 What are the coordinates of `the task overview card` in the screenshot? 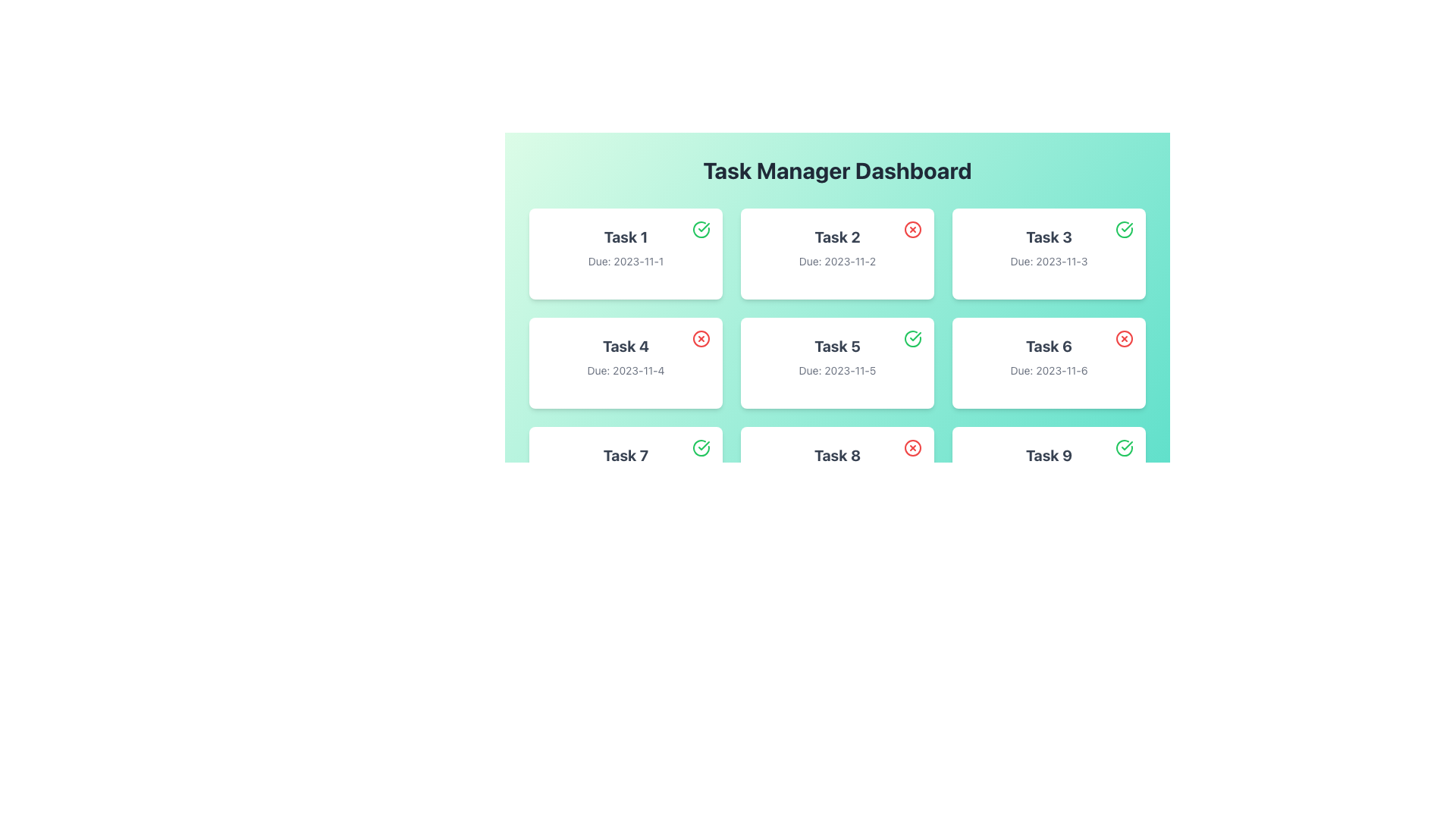 It's located at (836, 288).